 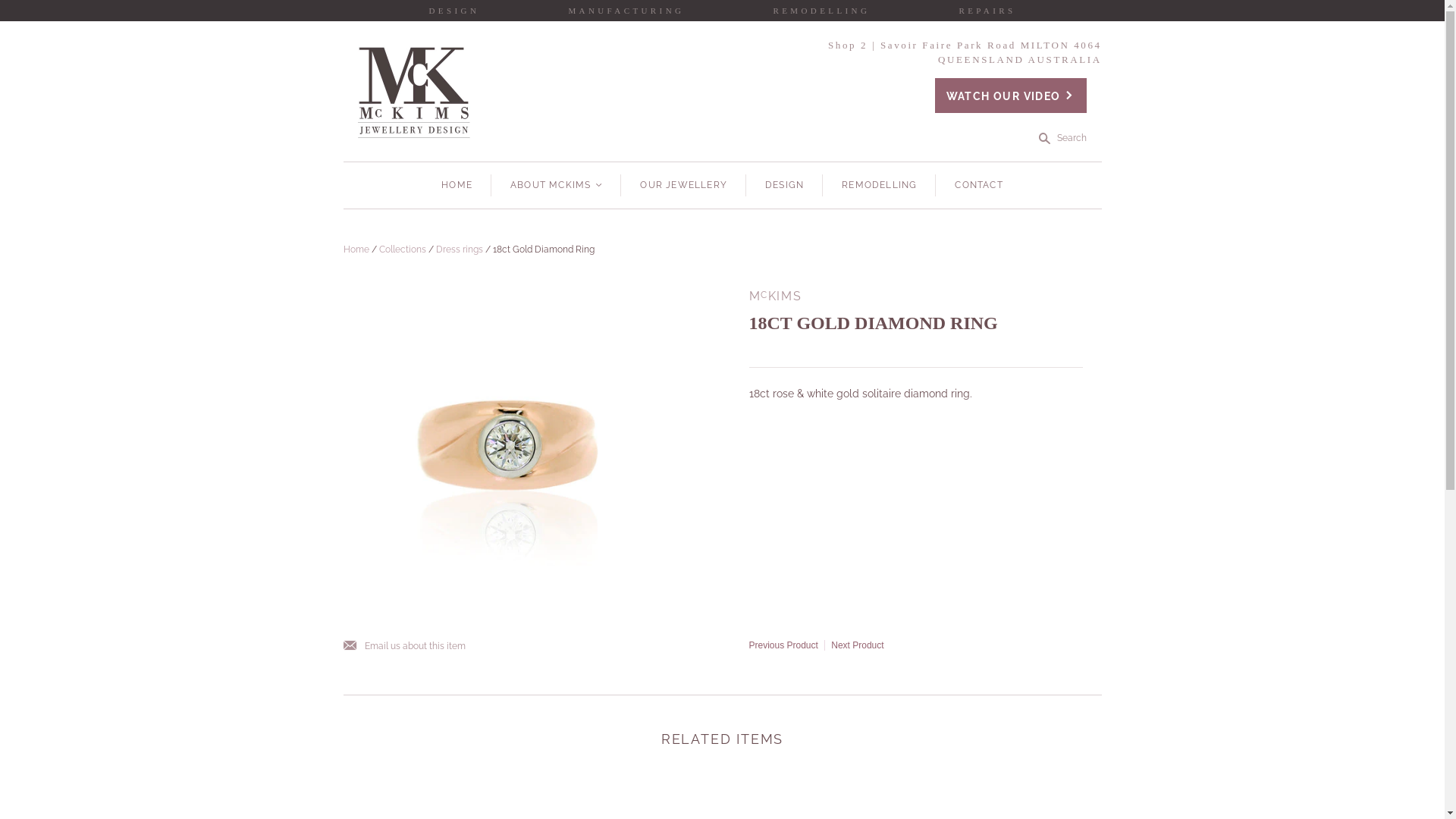 I want to click on 'Home', so click(x=355, y=248).